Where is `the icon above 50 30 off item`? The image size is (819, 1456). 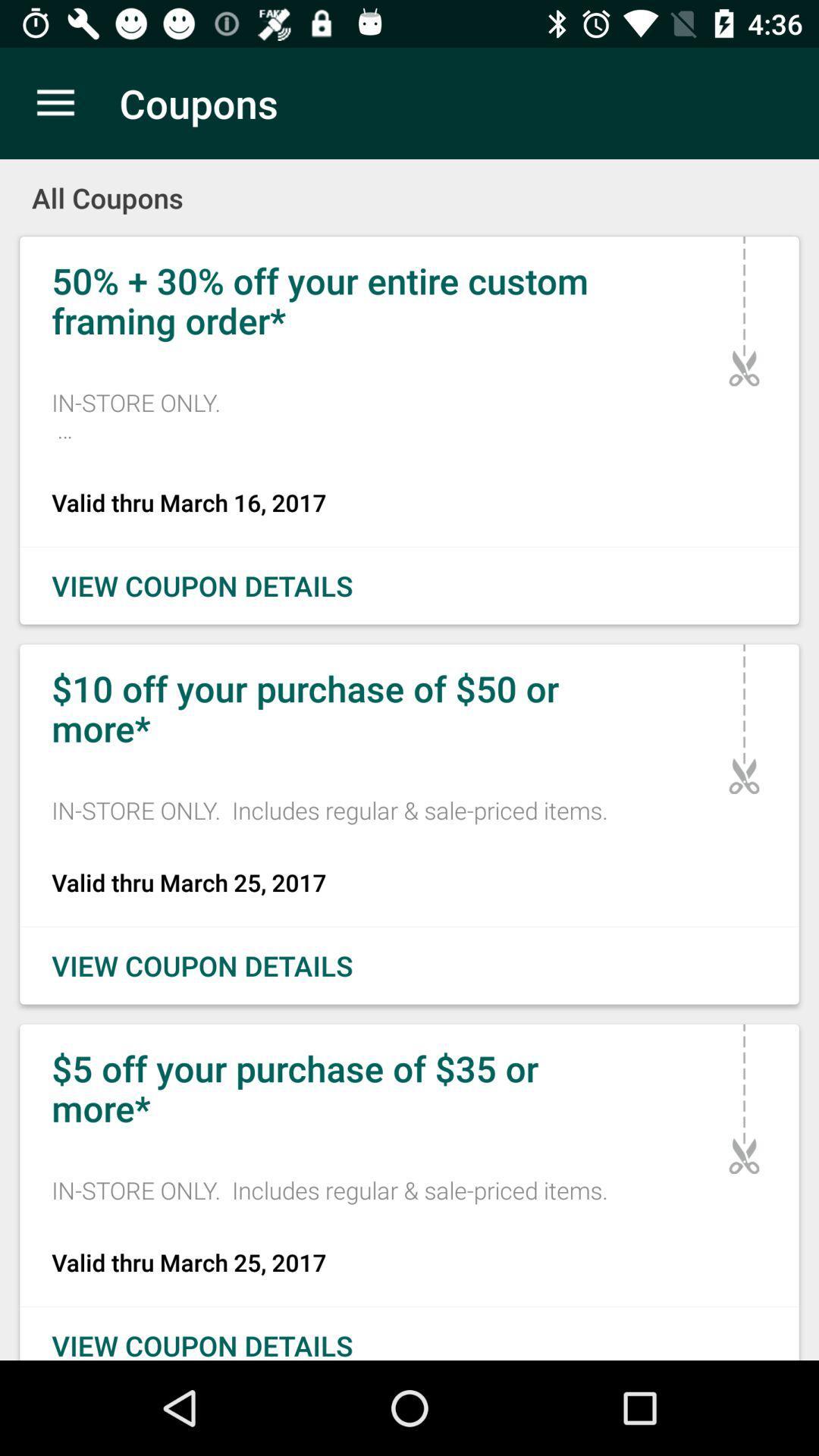 the icon above 50 30 off item is located at coordinates (409, 187).